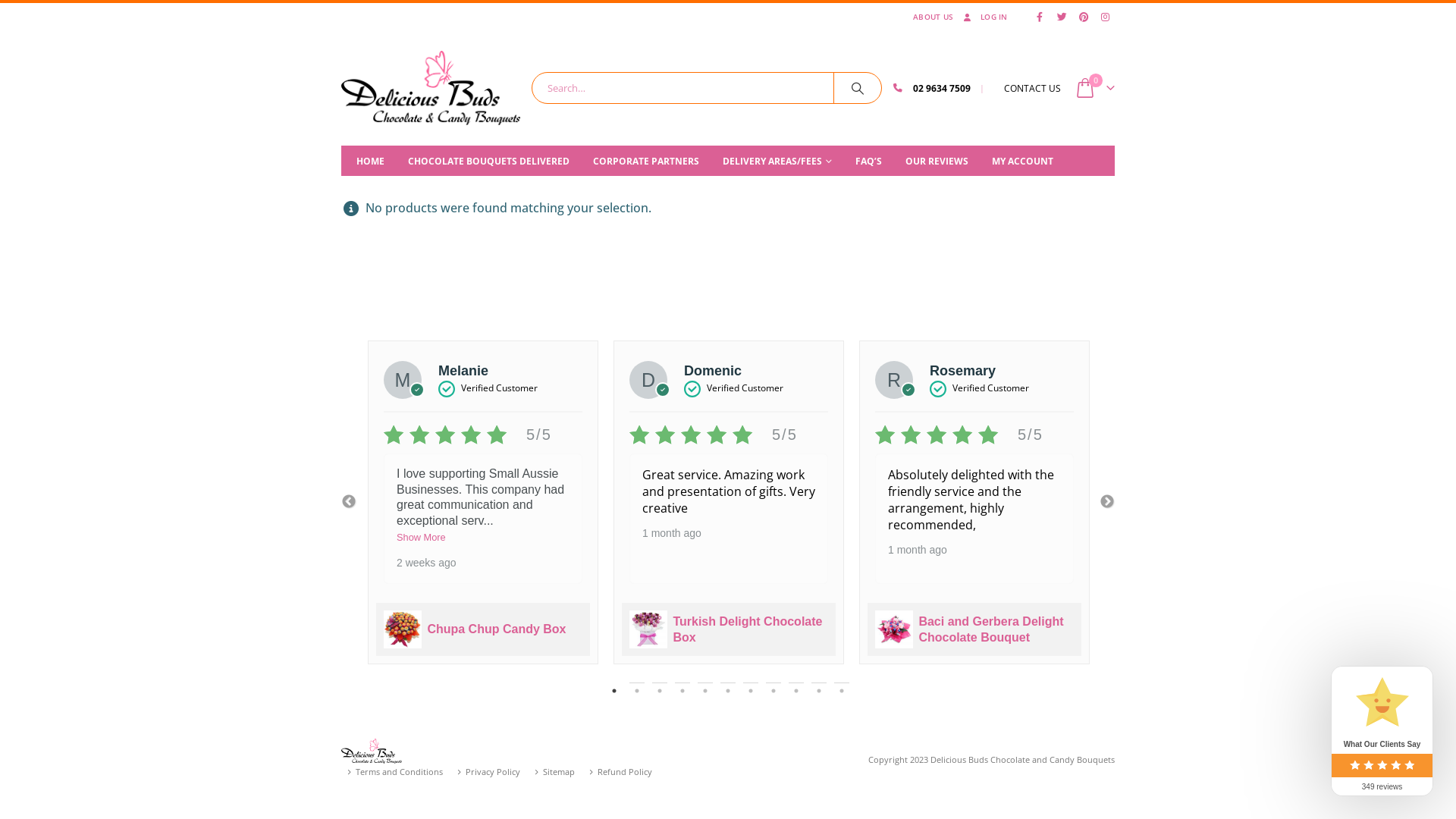 Image resolution: width=1456 pixels, height=819 pixels. I want to click on 'Previous', so click(348, 502).